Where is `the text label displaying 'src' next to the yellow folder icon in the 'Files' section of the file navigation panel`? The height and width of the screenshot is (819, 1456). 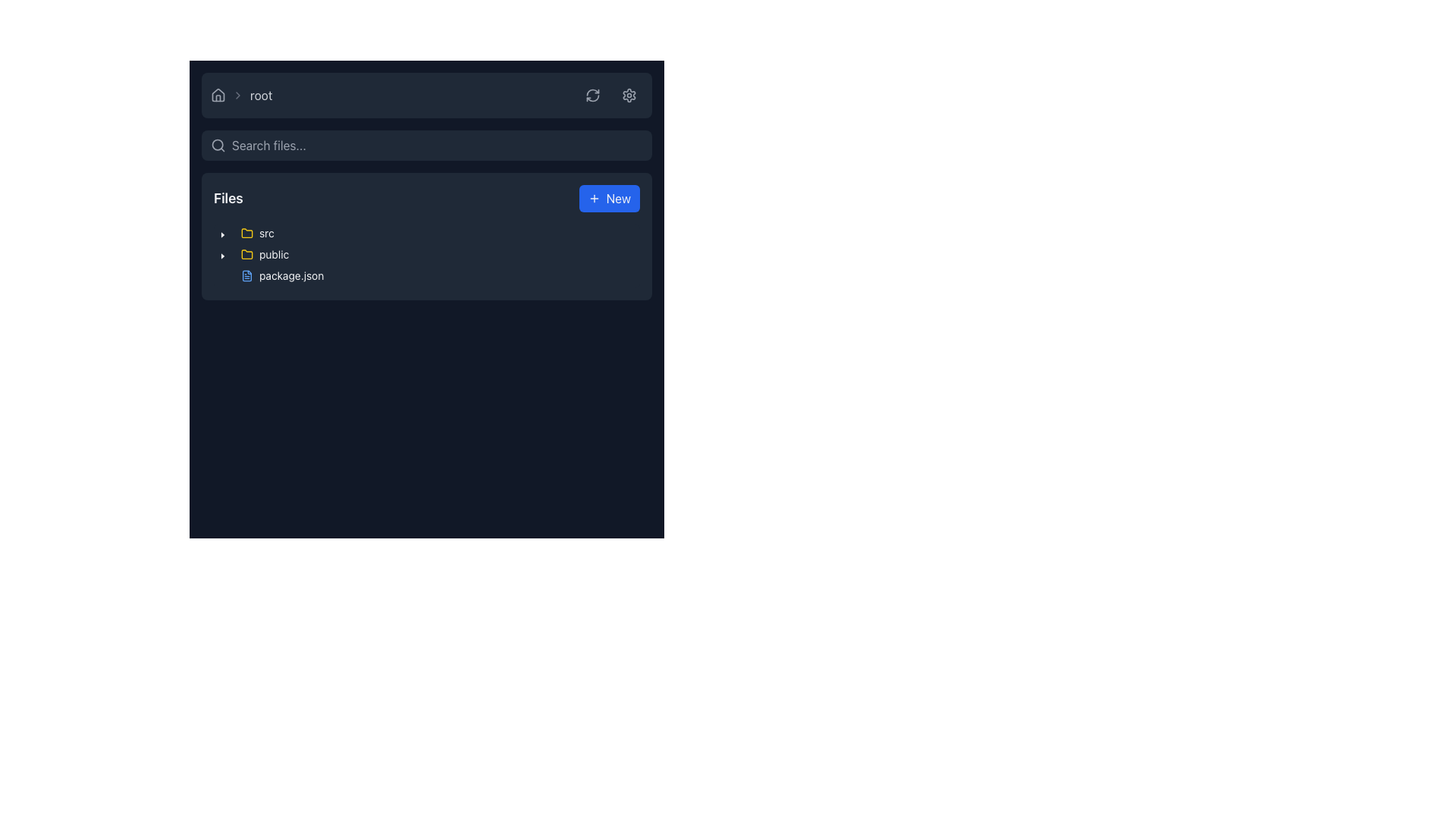
the text label displaying 'src' next to the yellow folder icon in the 'Files' section of the file navigation panel is located at coordinates (266, 234).